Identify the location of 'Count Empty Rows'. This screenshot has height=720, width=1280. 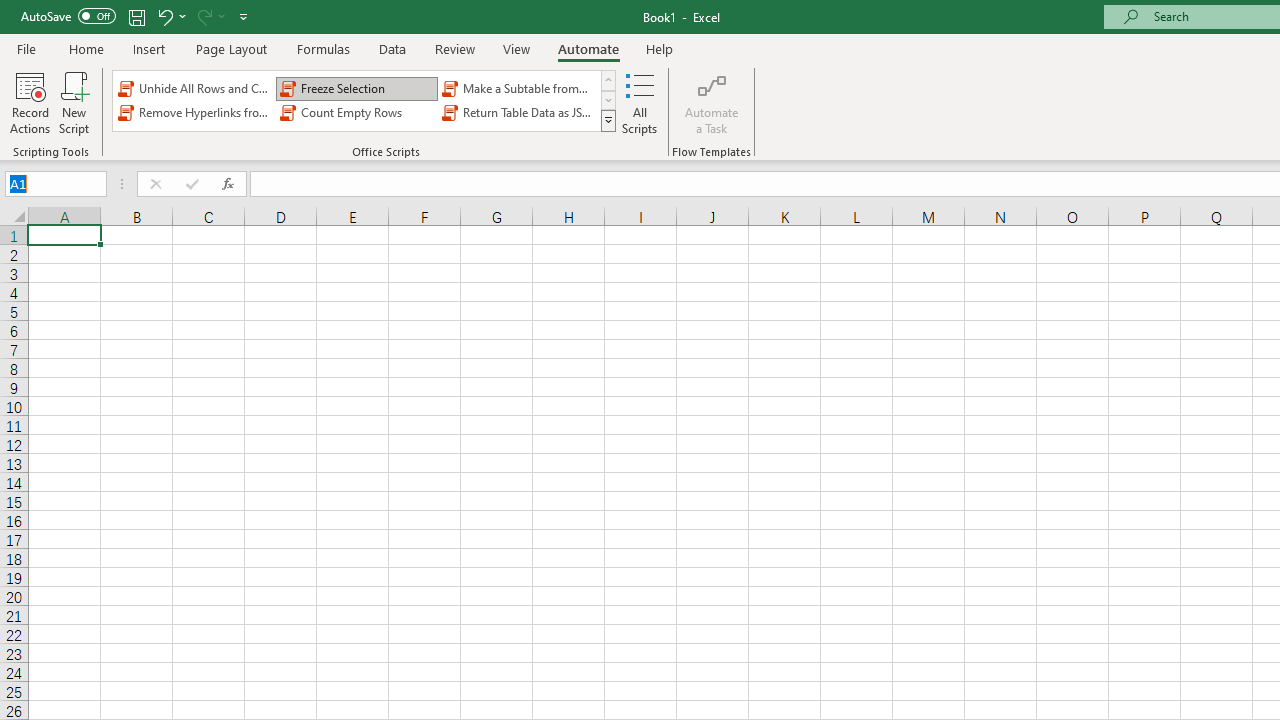
(357, 113).